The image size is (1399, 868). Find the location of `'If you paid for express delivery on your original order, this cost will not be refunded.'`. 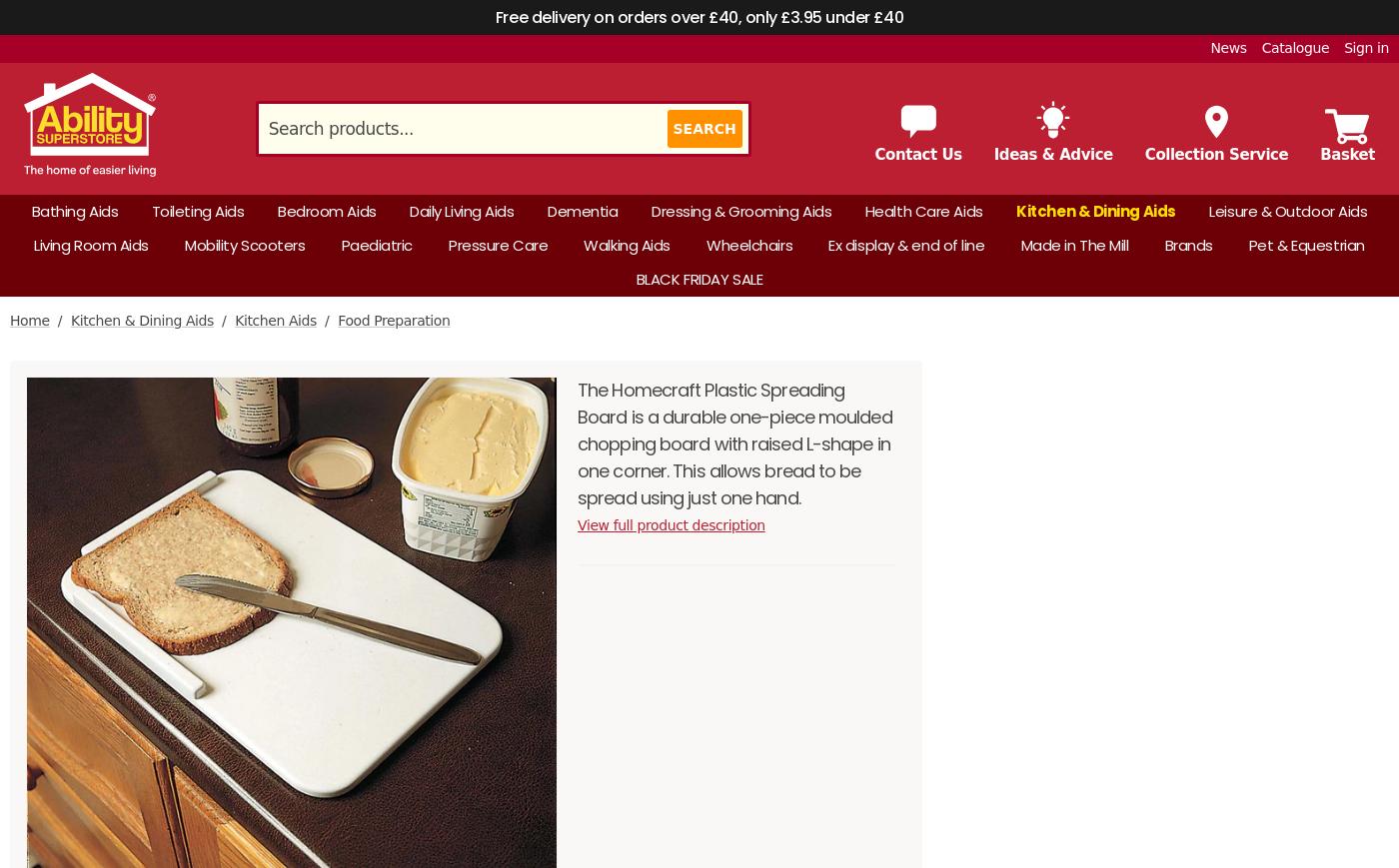

'If you paid for express delivery on your original order, this cost will not be refunded.' is located at coordinates (355, 170).